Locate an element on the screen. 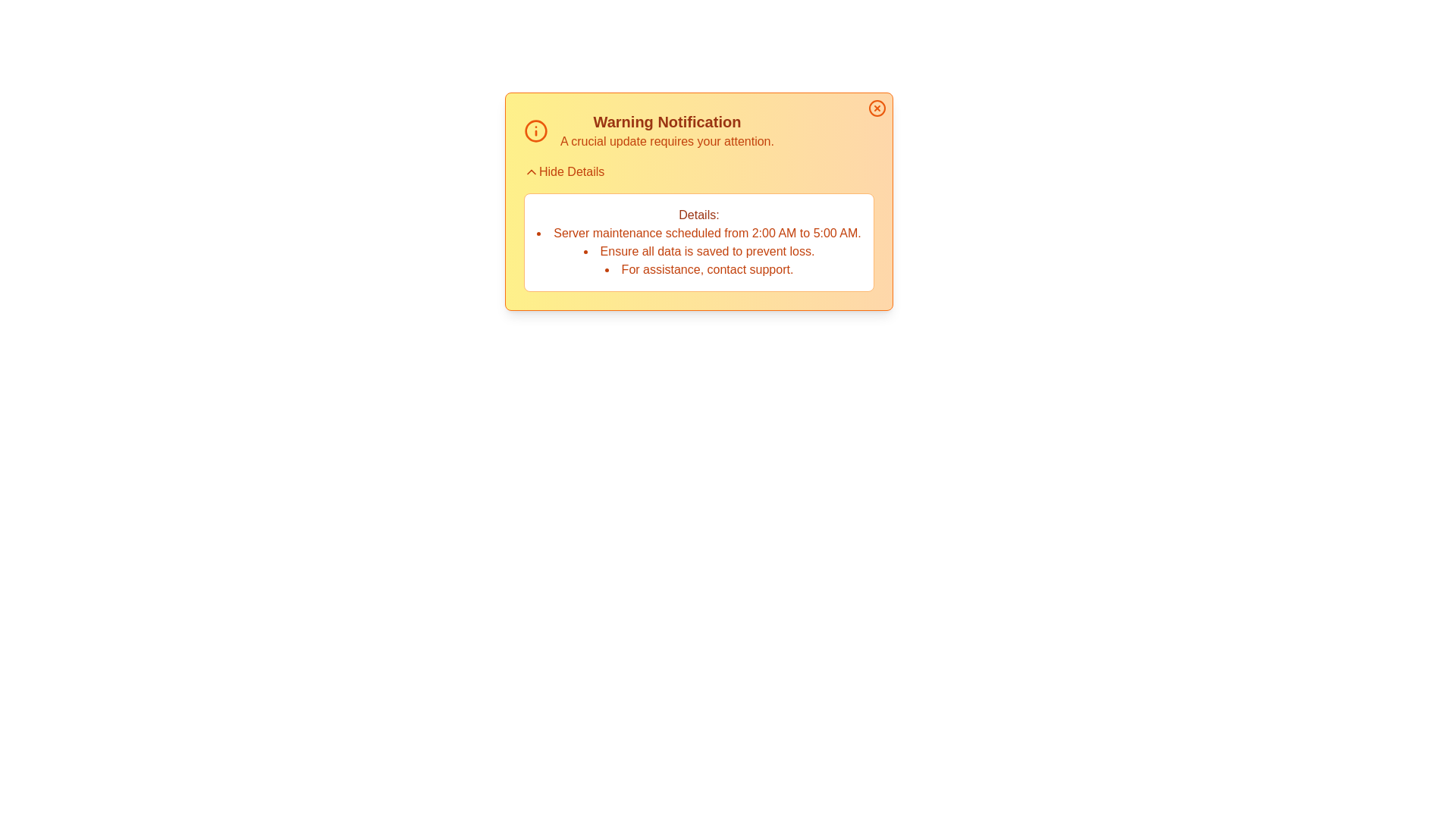  close button at the top-right corner of the notification panel to hide it is located at coordinates (877, 107).